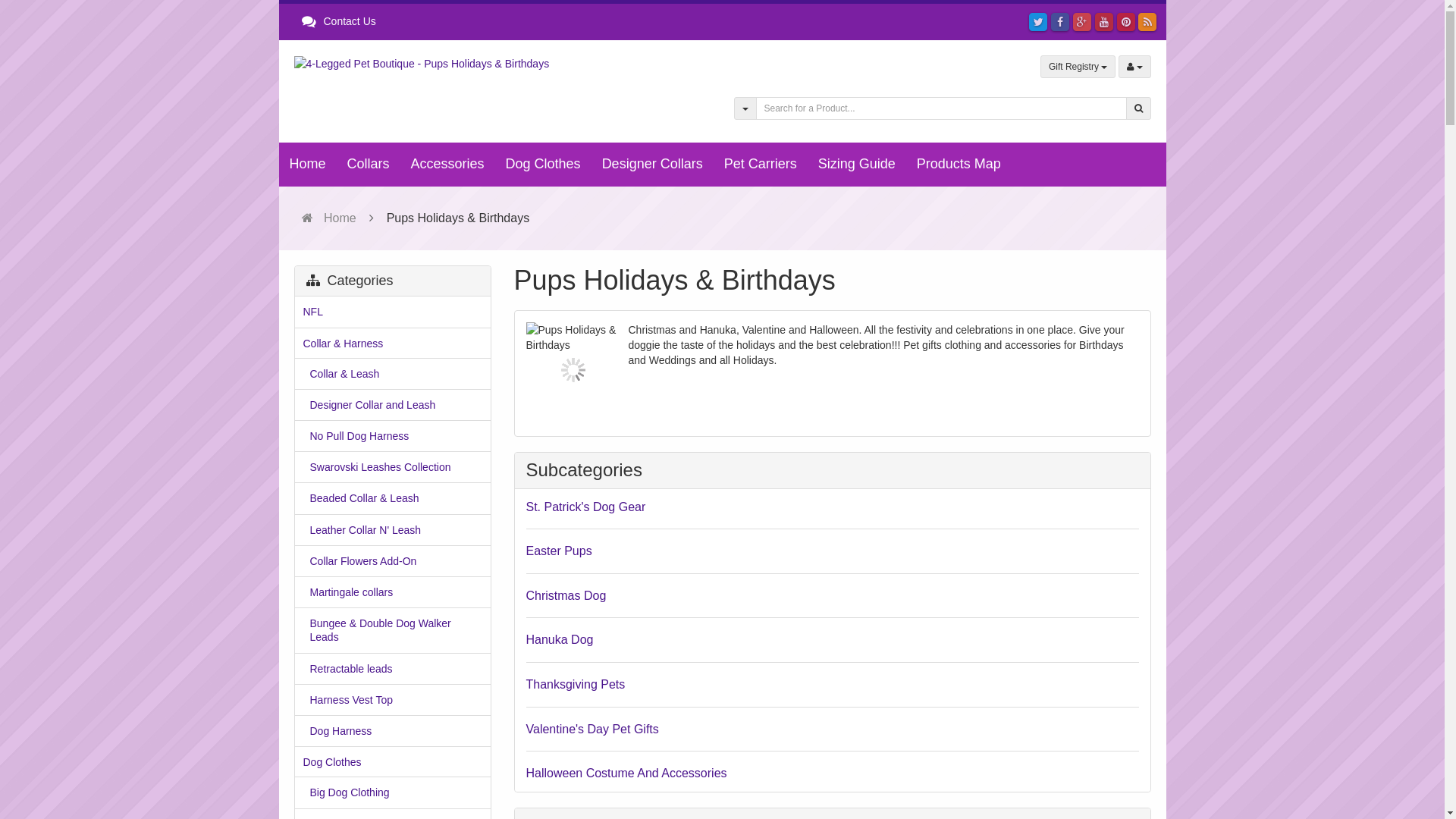  I want to click on 'Beaded Collar & Leash', so click(294, 497).